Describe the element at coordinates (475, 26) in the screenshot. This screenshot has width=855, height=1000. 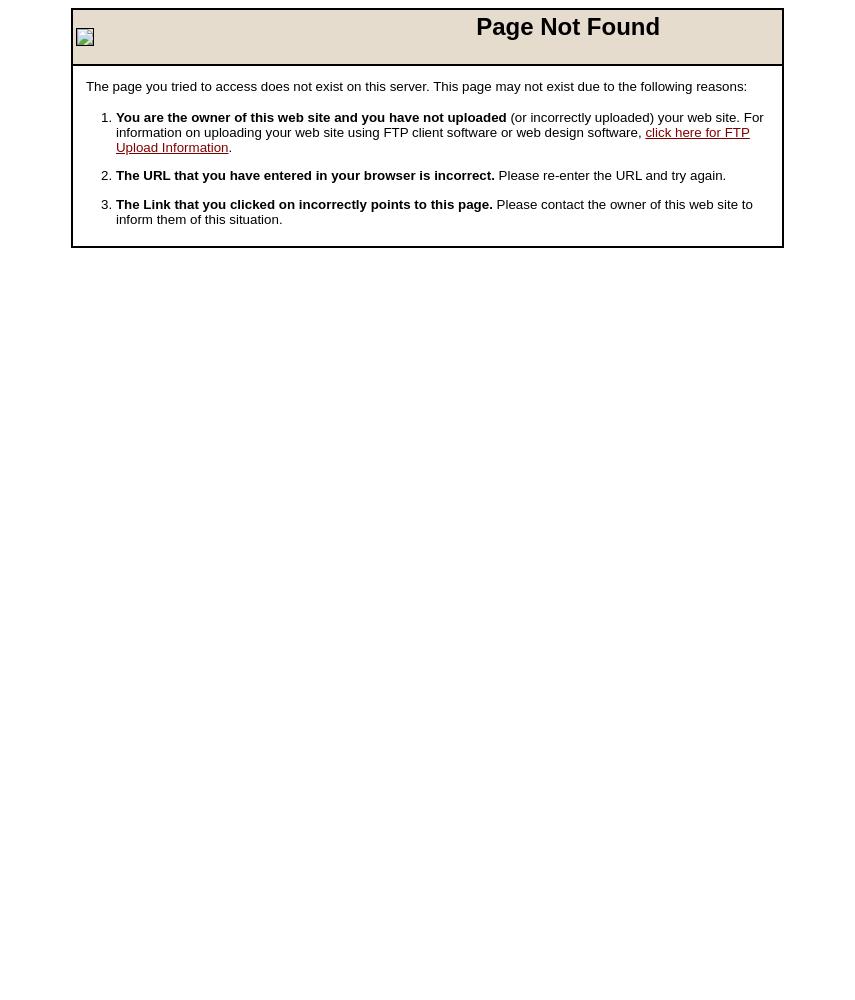
I see `'Page Not Found'` at that location.